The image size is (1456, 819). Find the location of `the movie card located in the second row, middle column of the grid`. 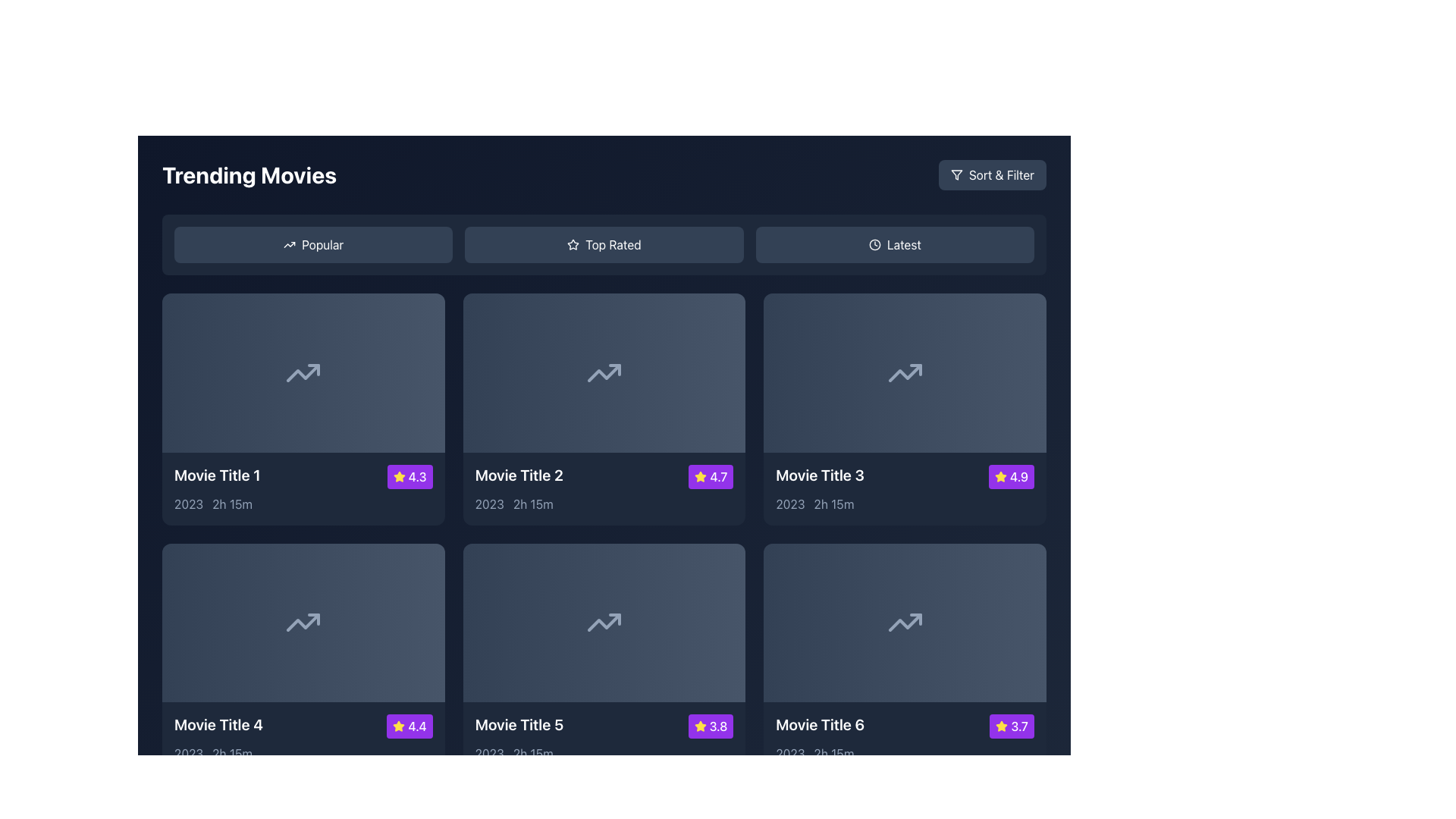

the movie card located in the second row, middle column of the grid is located at coordinates (603, 658).